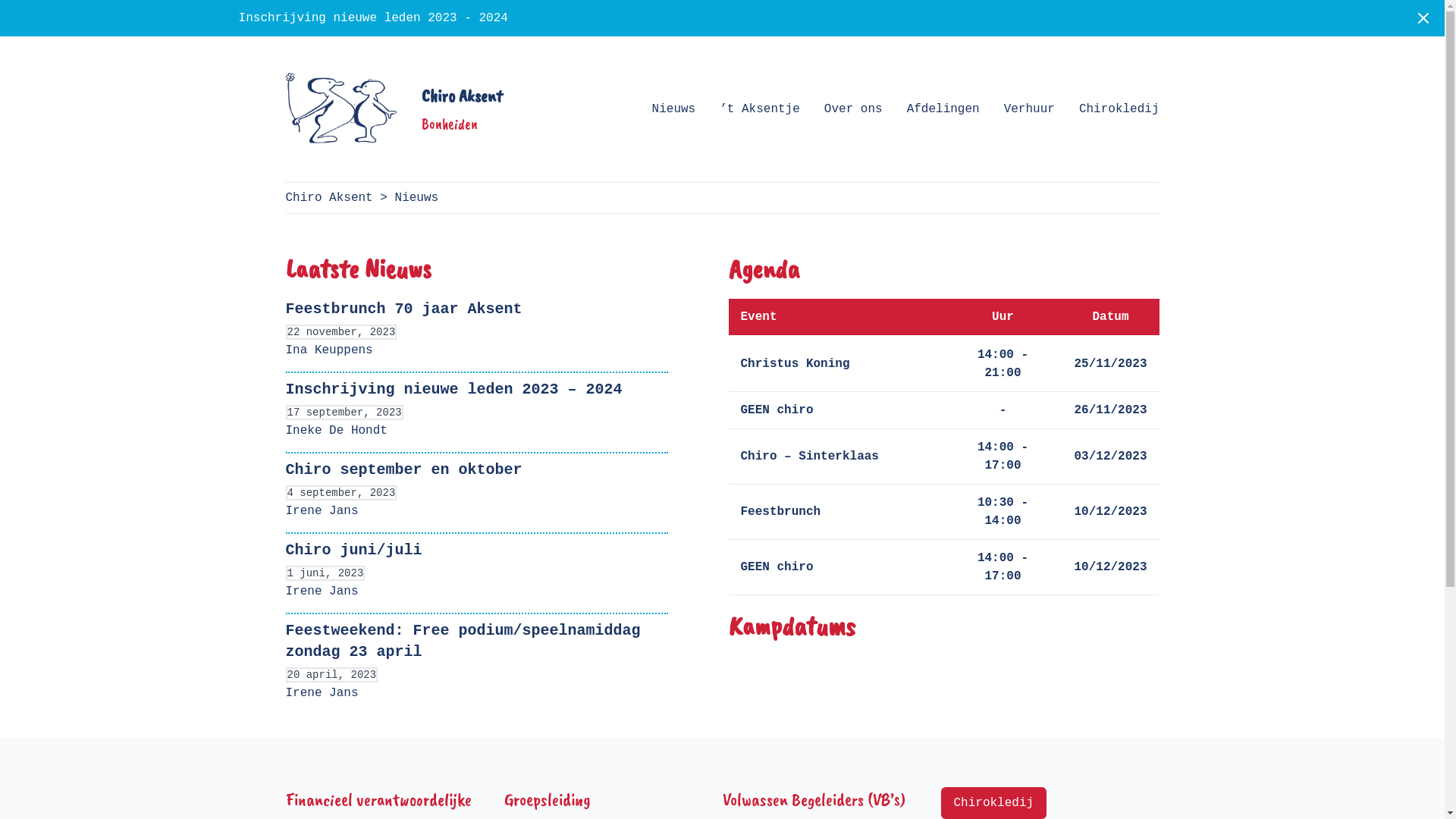  What do you see at coordinates (1422, 17) in the screenshot?
I see `'Dismiss'` at bounding box center [1422, 17].